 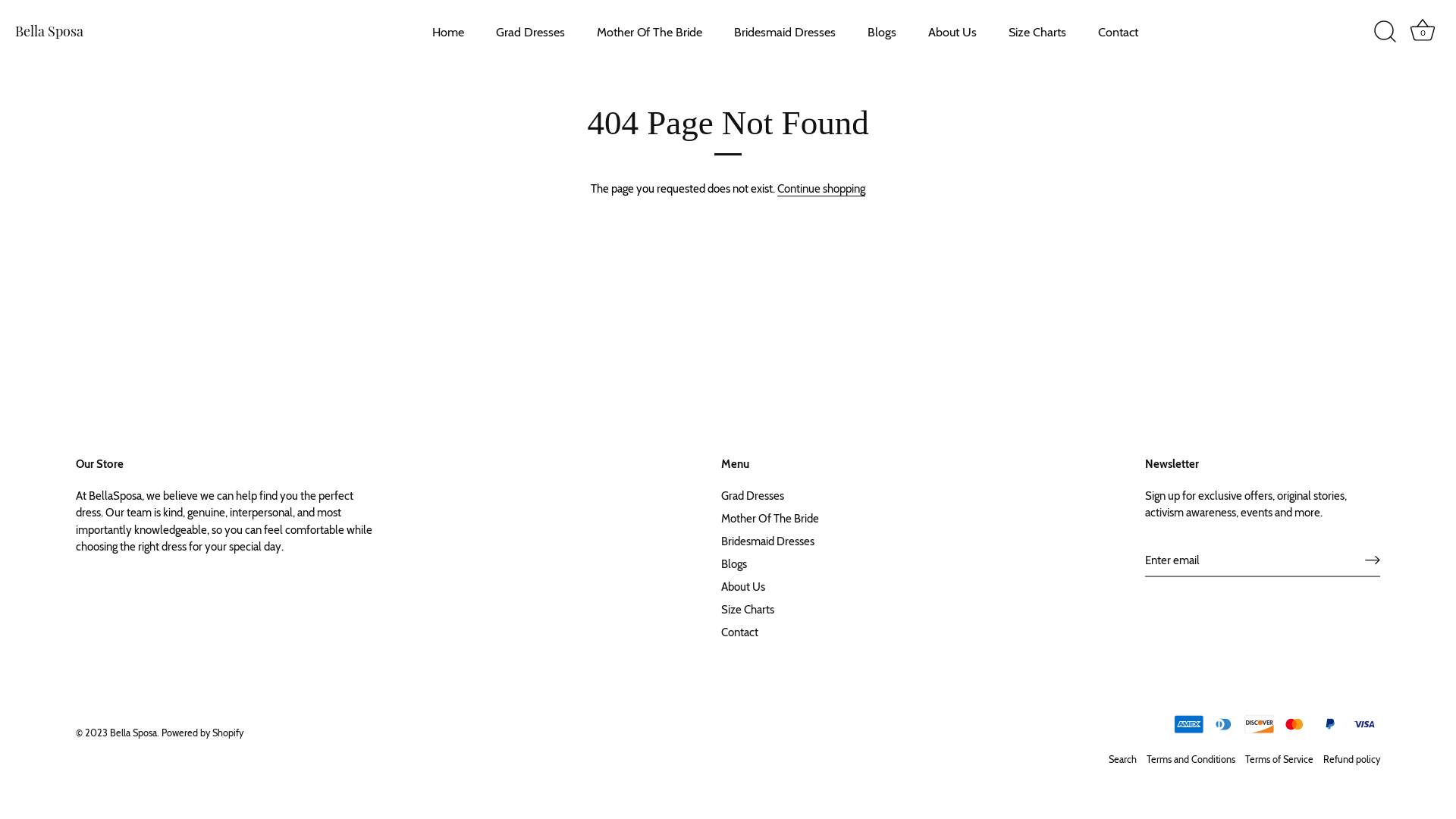 I want to click on 'Refund policy', so click(x=1323, y=758).